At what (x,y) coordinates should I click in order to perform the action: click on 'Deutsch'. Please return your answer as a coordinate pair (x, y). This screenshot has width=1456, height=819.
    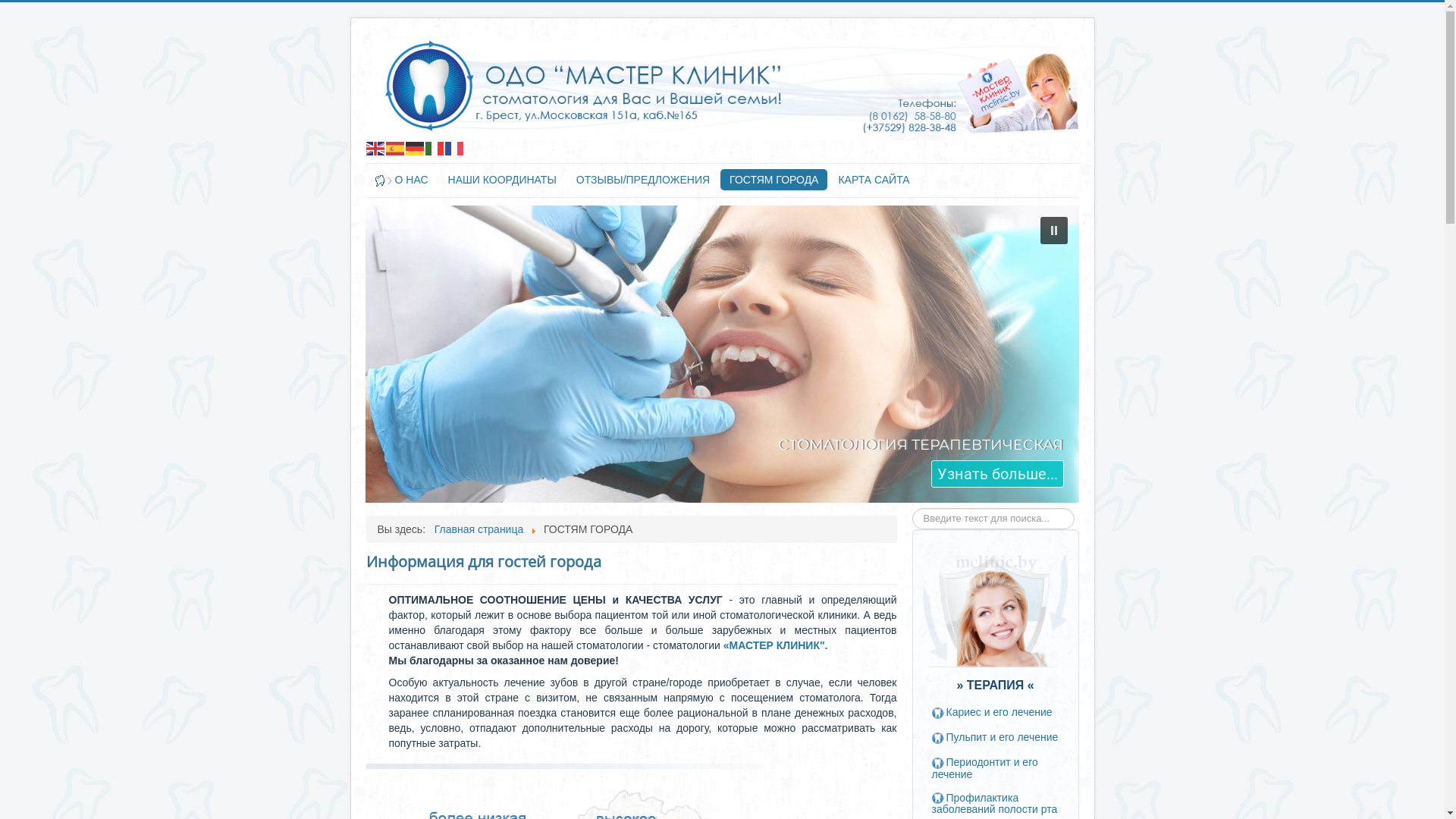
    Looking at the image, I should click on (415, 148).